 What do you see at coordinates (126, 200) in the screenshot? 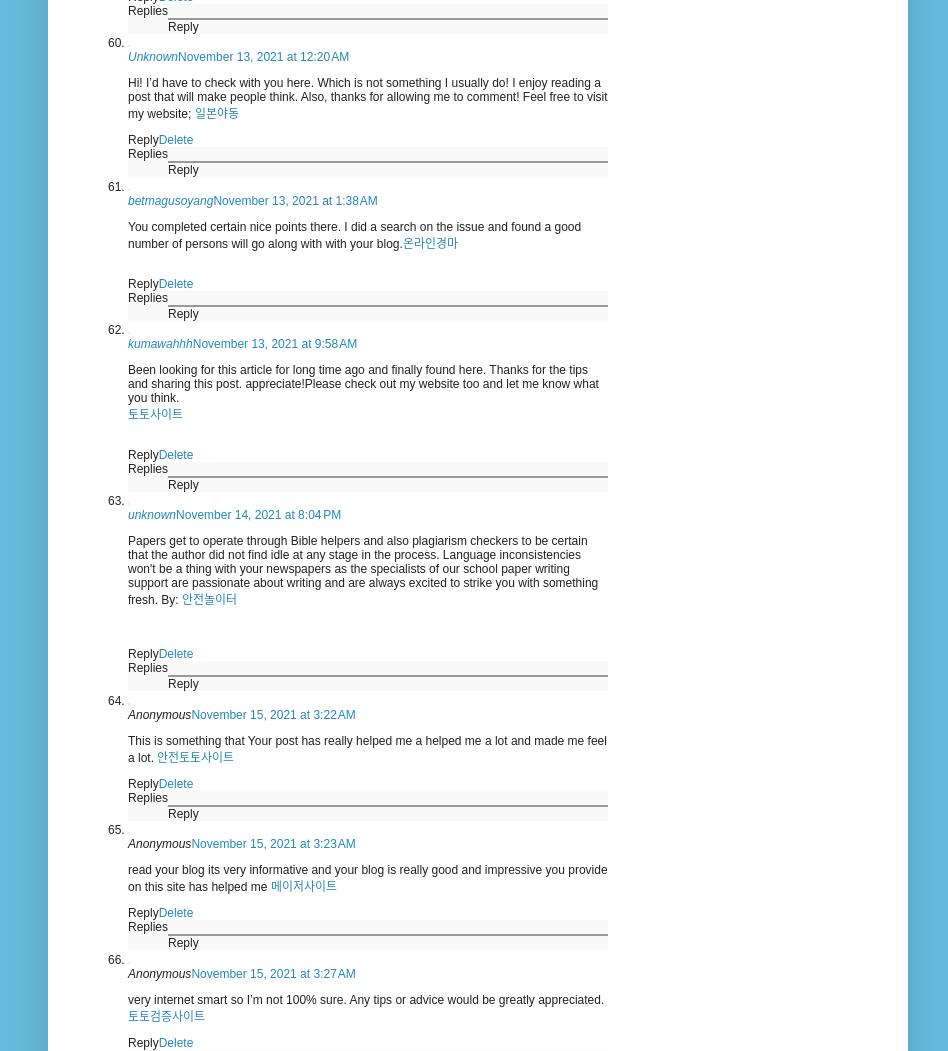
I see `'betmagusoyang'` at bounding box center [126, 200].